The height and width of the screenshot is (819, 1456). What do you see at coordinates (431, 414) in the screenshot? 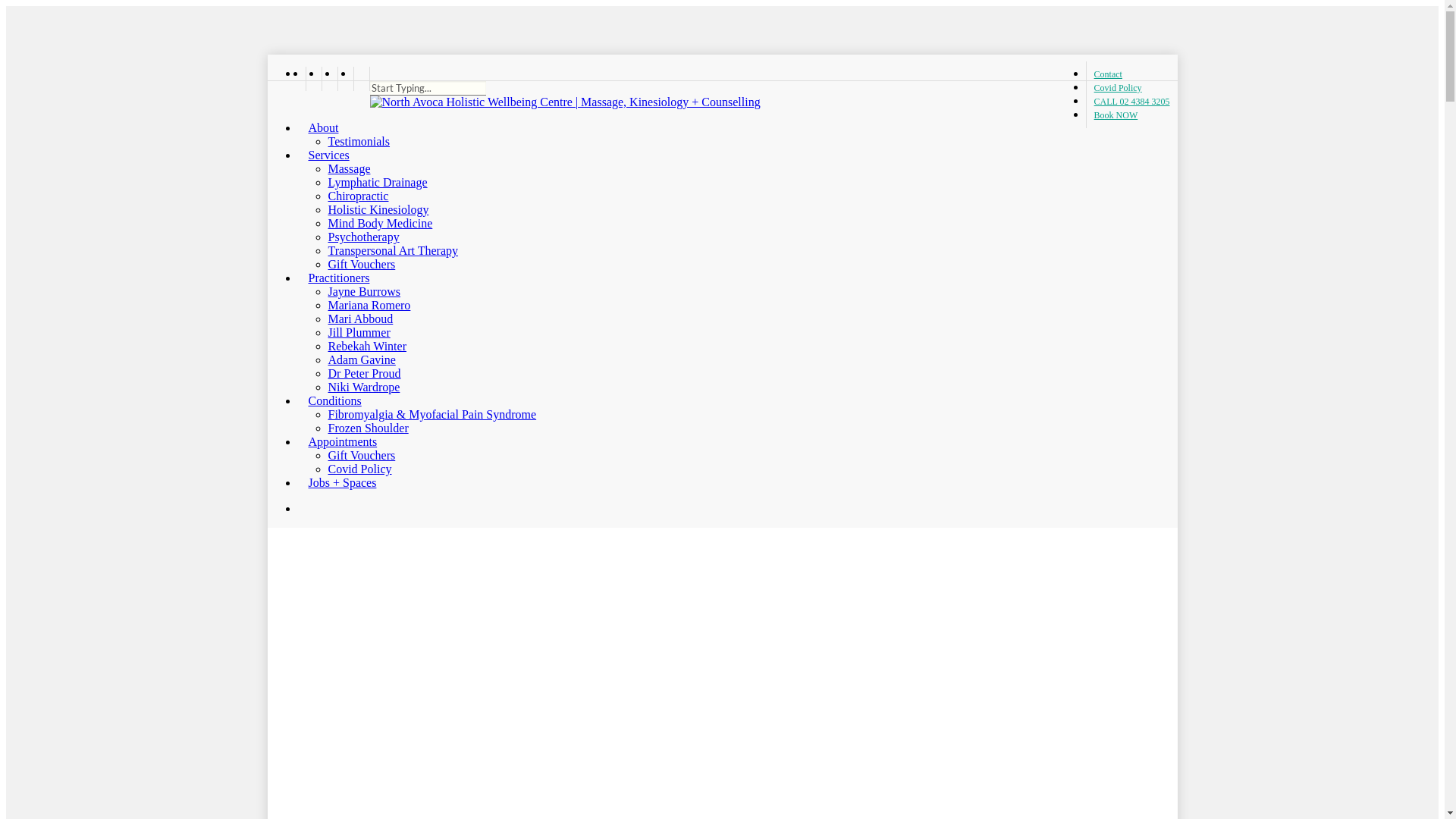
I see `'Fibromyalgia & Myofacial Pain Syndrome'` at bounding box center [431, 414].